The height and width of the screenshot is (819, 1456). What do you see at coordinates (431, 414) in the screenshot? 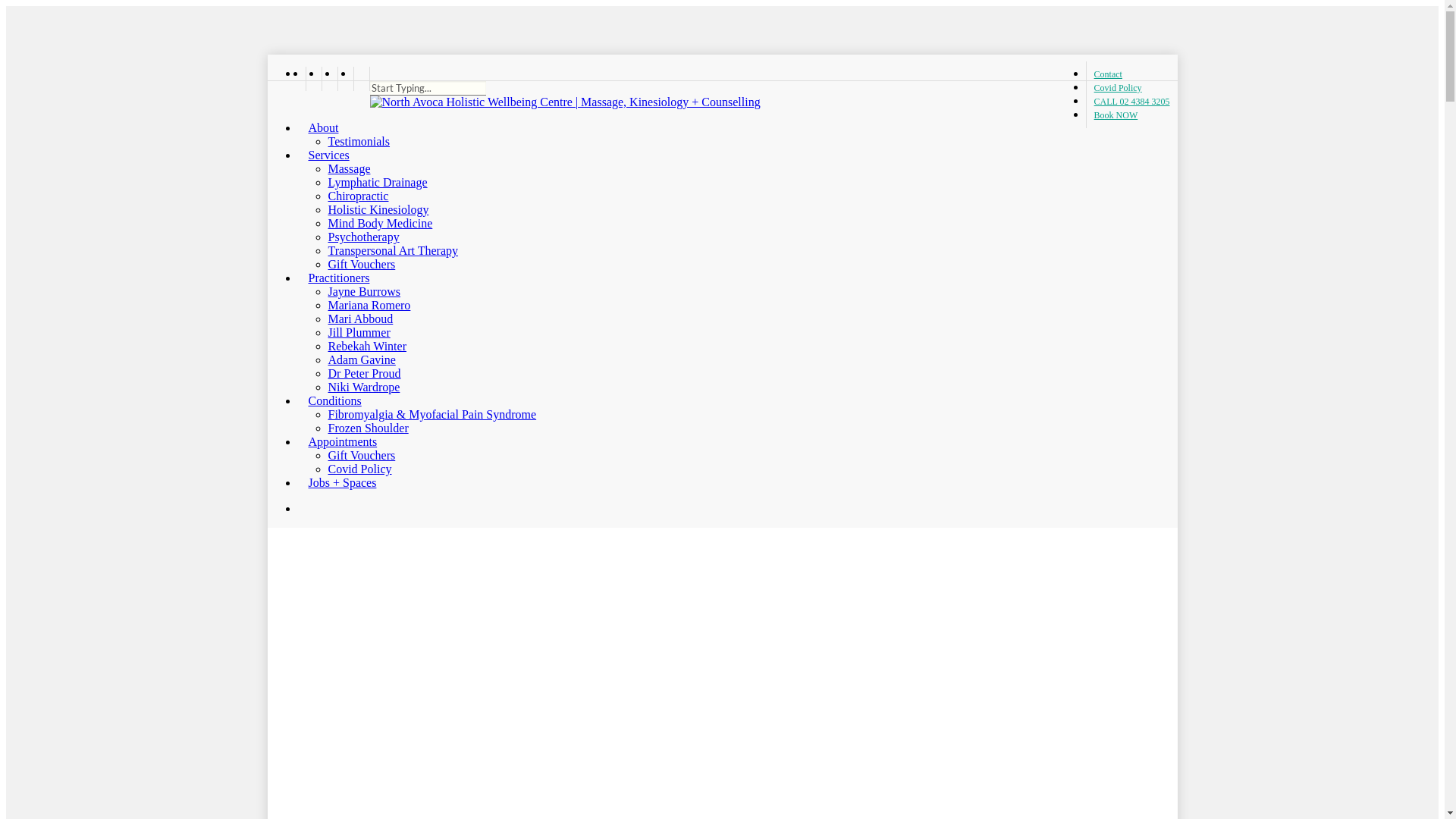
I see `'Fibromyalgia & Myofacial Pain Syndrome'` at bounding box center [431, 414].